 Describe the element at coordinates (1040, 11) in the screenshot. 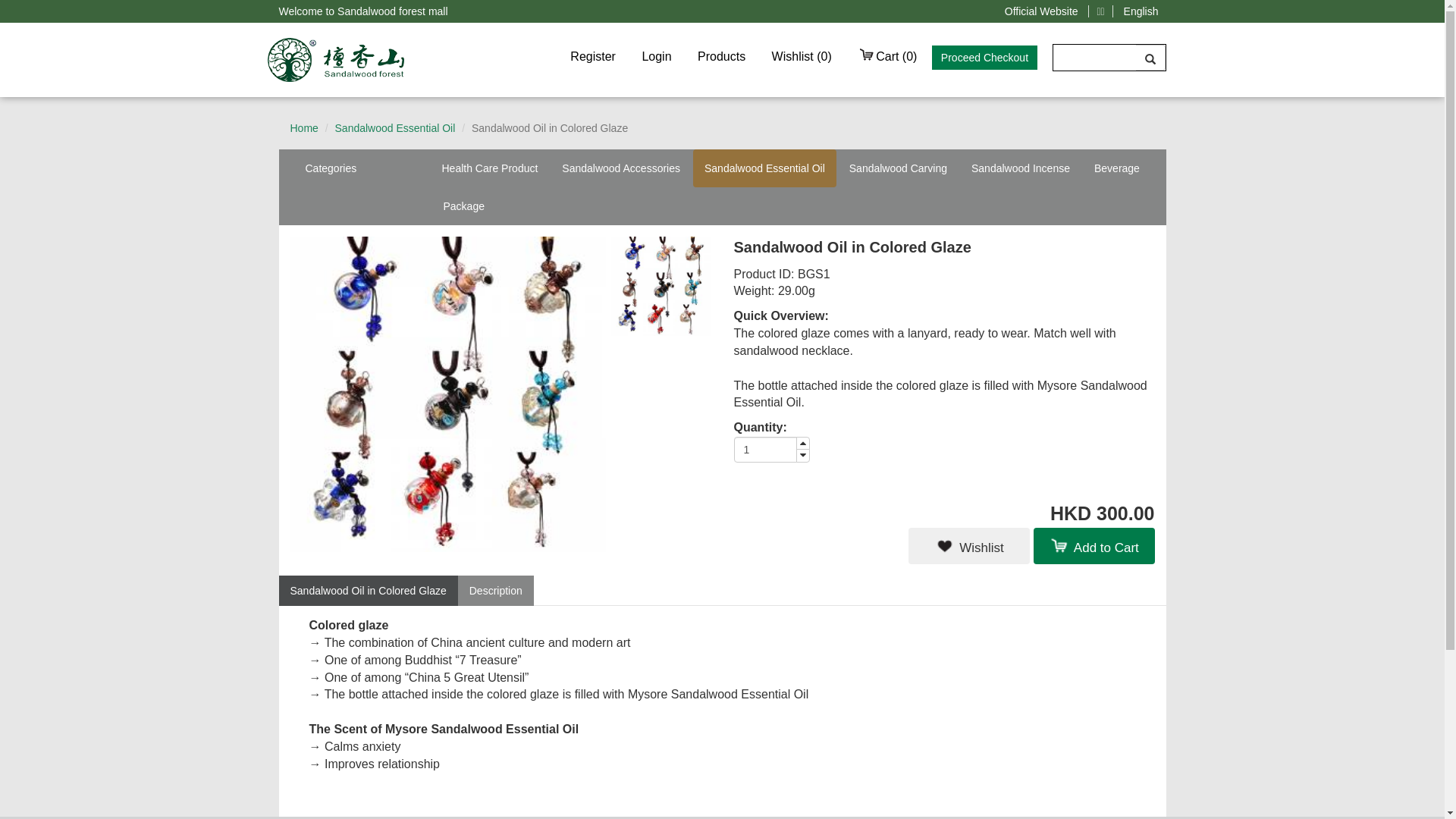

I see `'Official Website'` at that location.